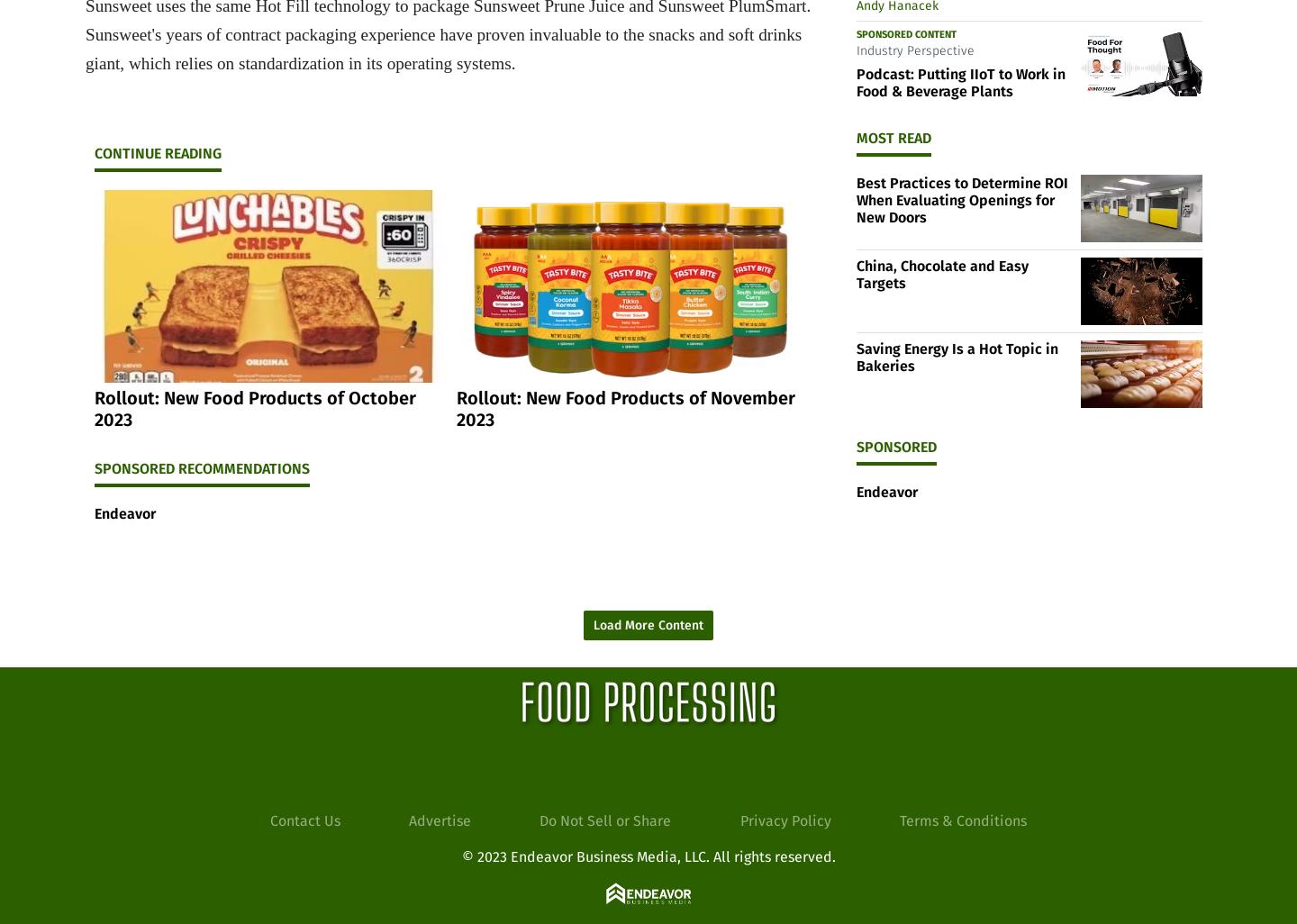 Image resolution: width=1297 pixels, height=924 pixels. Describe the element at coordinates (962, 200) in the screenshot. I see `'Best Practices to Determine ROI When Evaluating Openings for New Doors'` at that location.